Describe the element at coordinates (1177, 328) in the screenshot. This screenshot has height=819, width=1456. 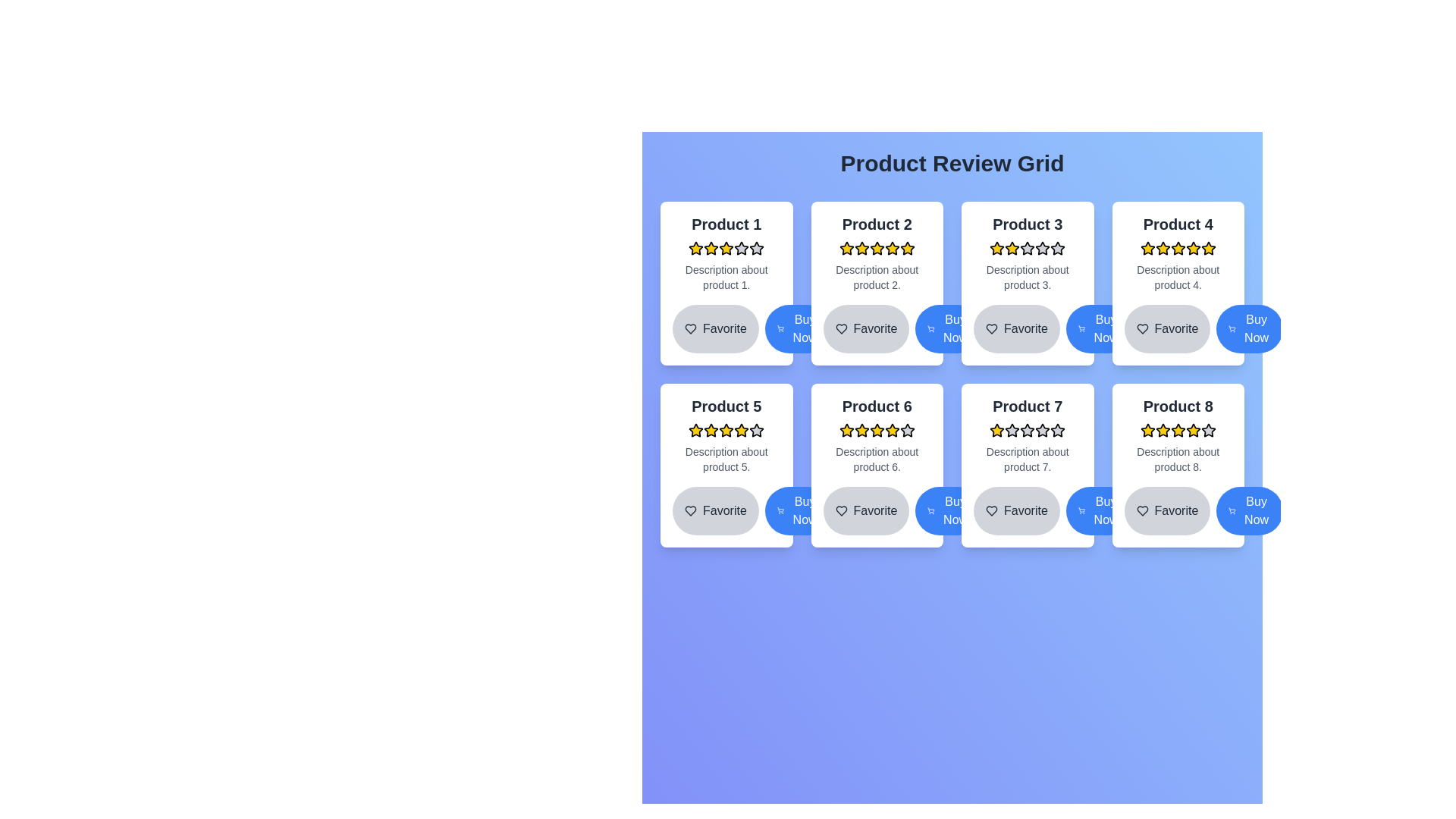
I see `the gray oval-shaped 'Favorite' button with a heart icon, located below Product 4's details in the Product Review Grid` at that location.